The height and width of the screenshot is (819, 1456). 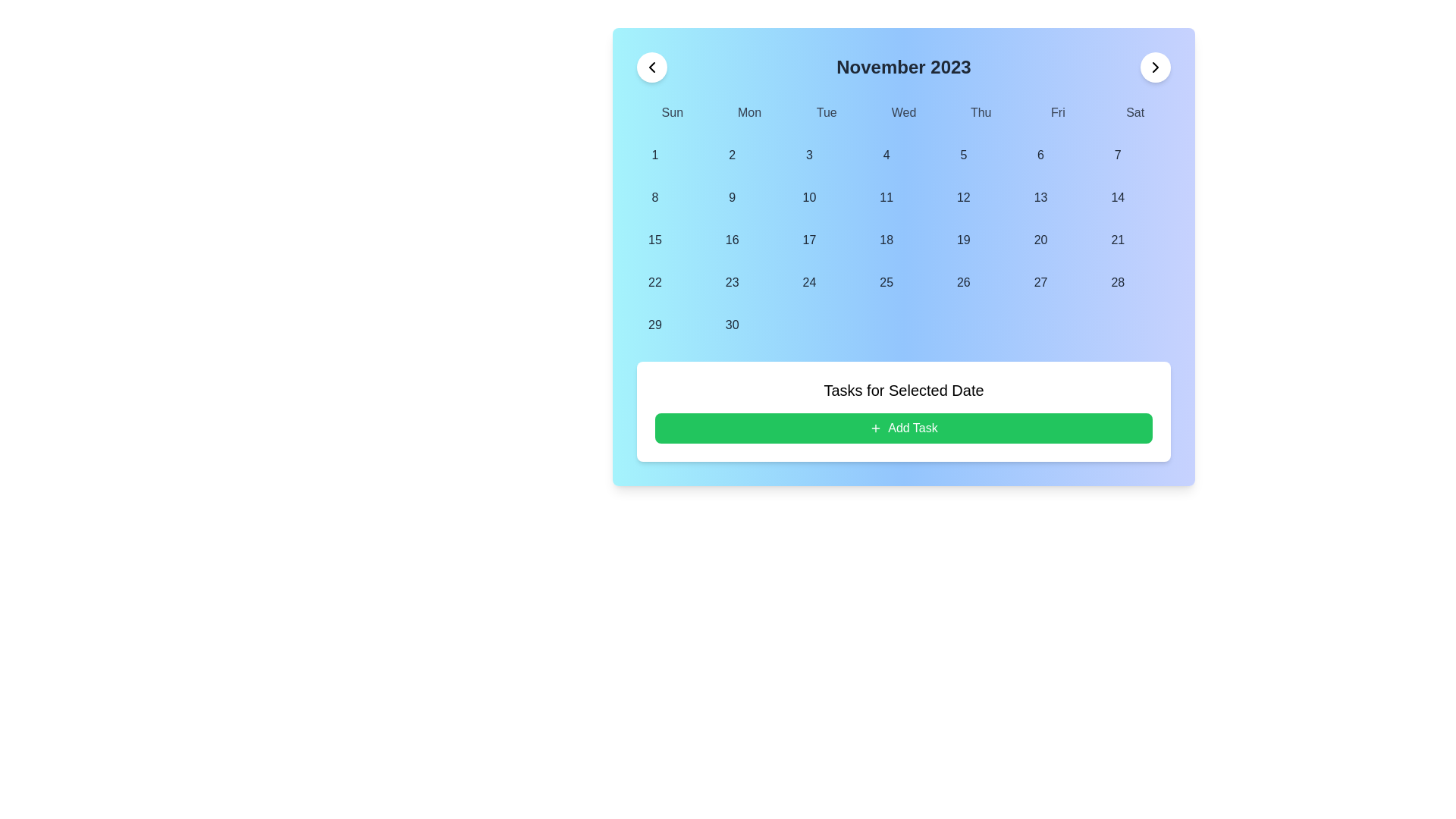 I want to click on the 'next' button icon located at the top-right corner of the calendar interface, so click(x=1154, y=66).